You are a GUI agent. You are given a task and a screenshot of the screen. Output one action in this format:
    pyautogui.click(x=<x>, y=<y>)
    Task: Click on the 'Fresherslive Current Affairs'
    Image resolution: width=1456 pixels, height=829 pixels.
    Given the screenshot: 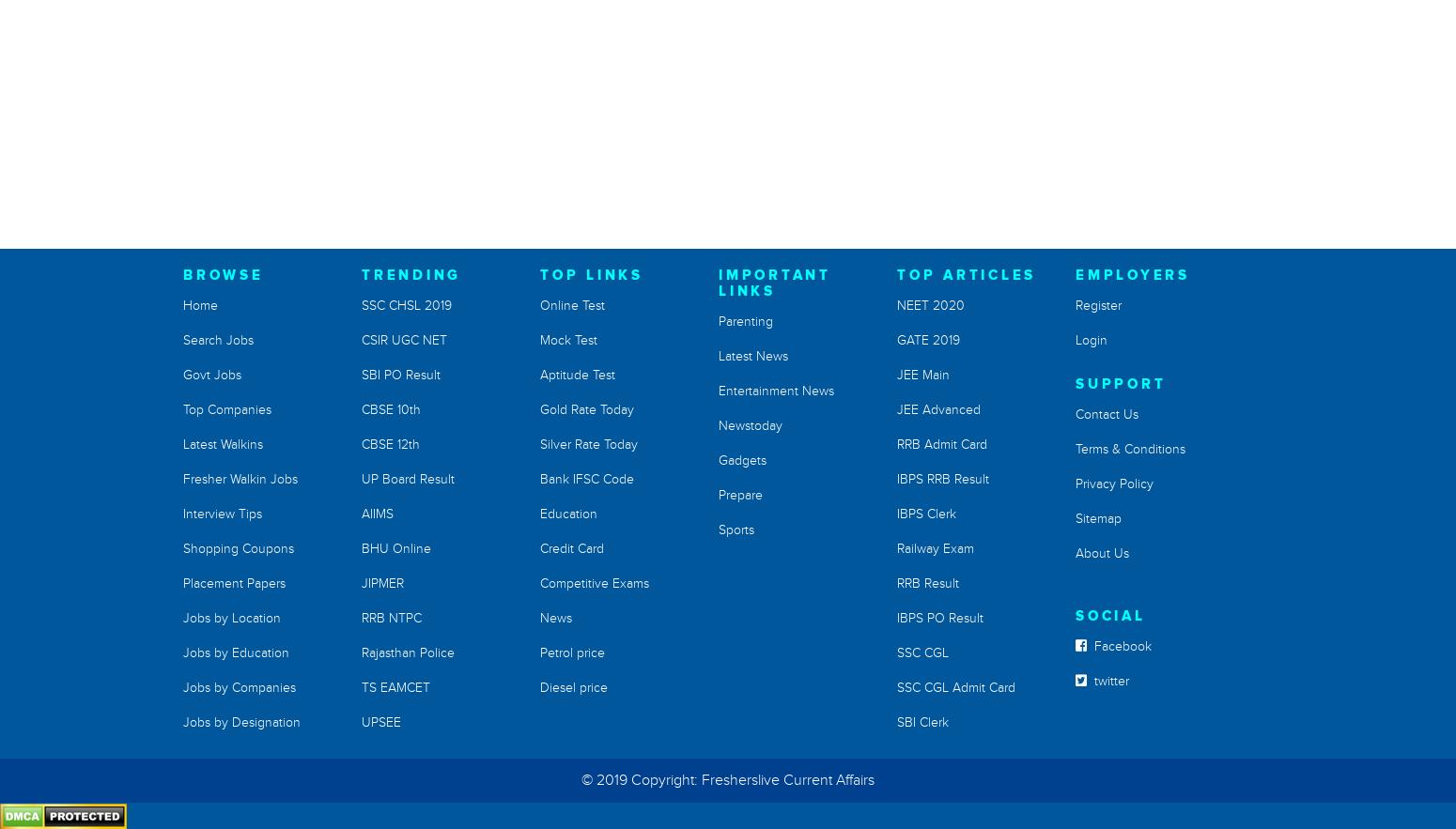 What is the action you would take?
    pyautogui.click(x=701, y=779)
    